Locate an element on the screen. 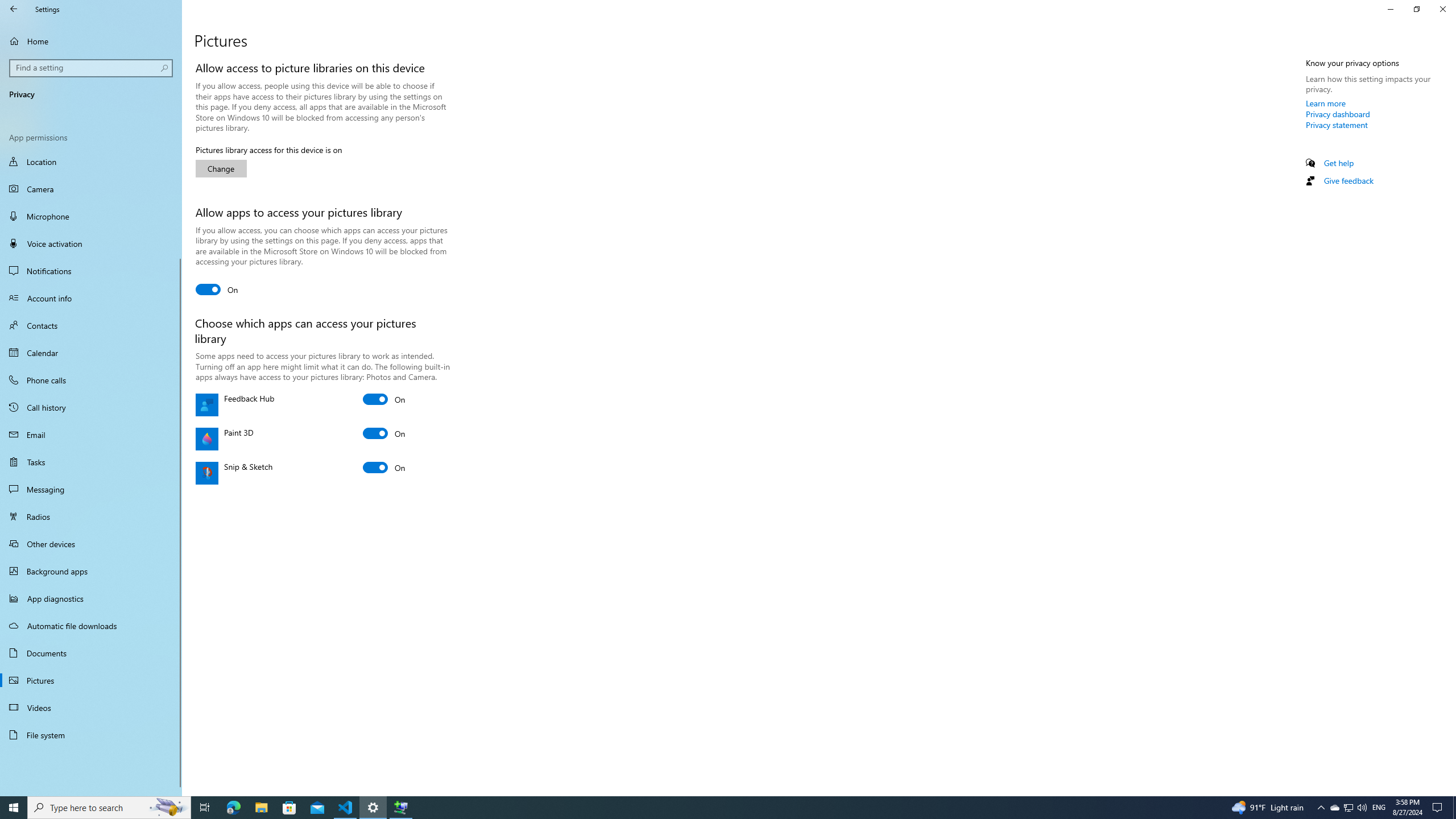 The width and height of the screenshot is (1456, 819). 'Notifications' is located at coordinates (90, 270).